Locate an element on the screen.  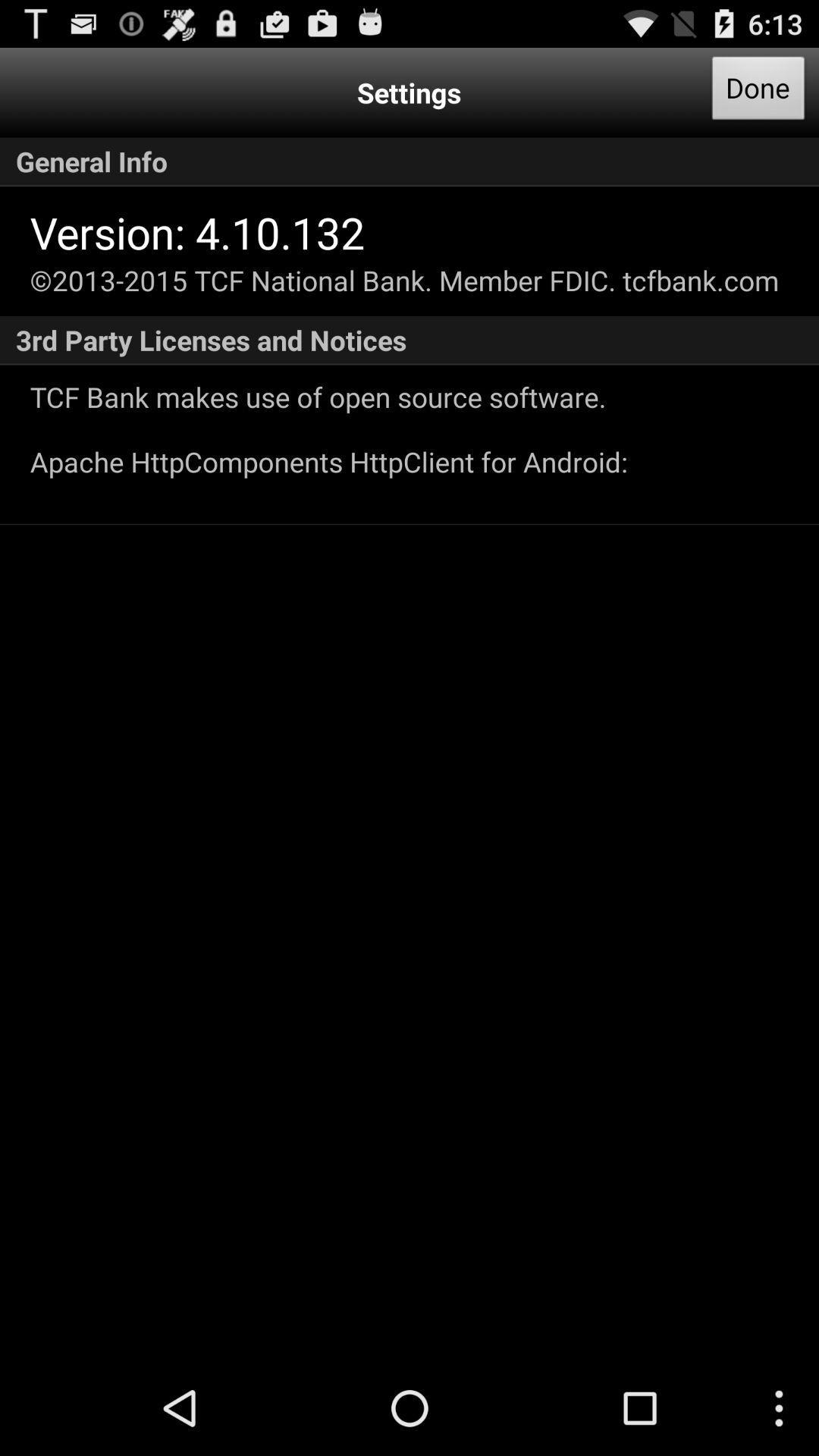
icon below general info icon is located at coordinates (196, 231).